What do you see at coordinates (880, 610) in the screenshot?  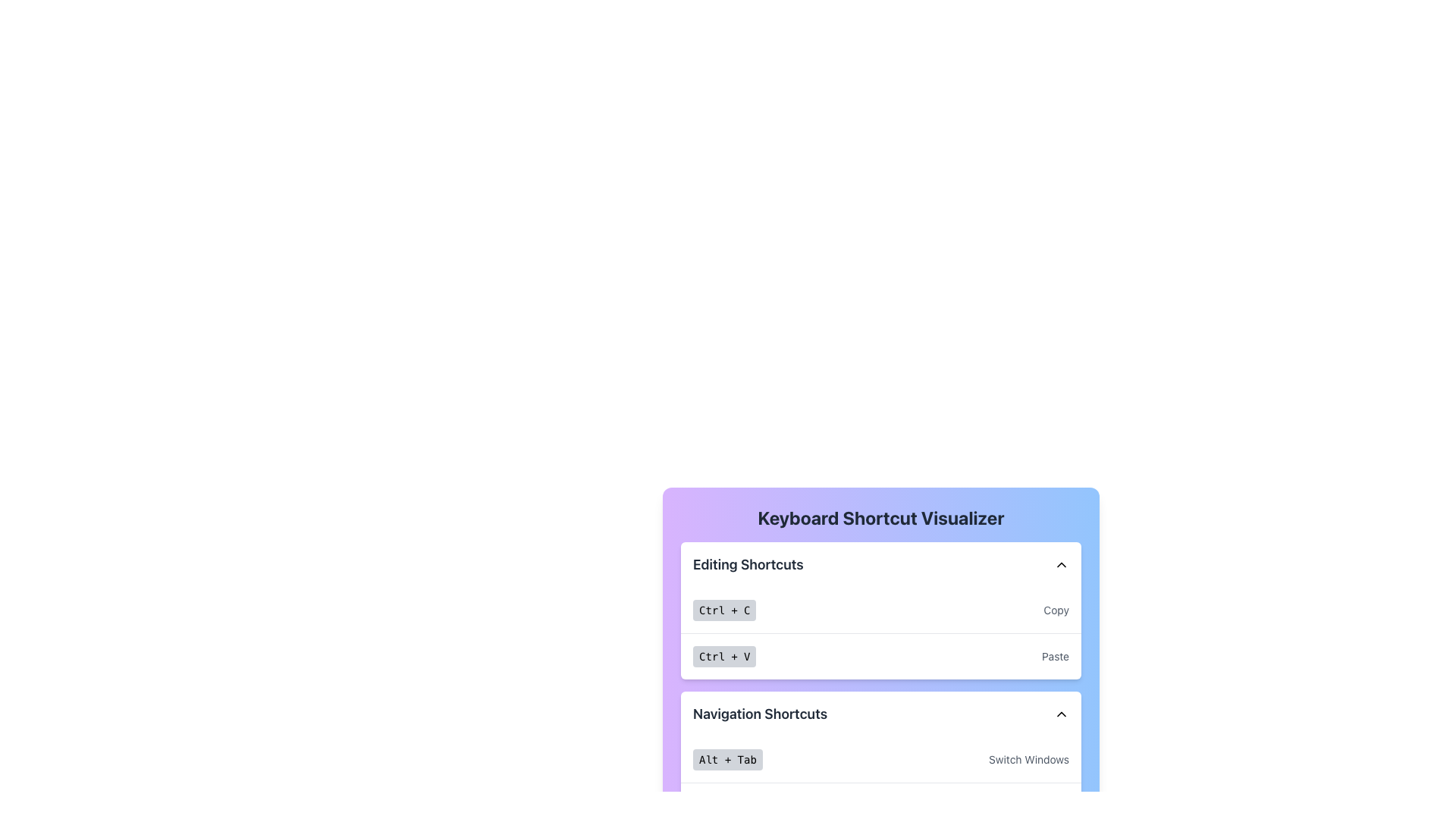 I see `the keyboard shortcut list item containing 'Ctrl + C', which is styled with a gray rounded rectangle and is the first item under 'Editing Shortcuts'` at bounding box center [880, 610].